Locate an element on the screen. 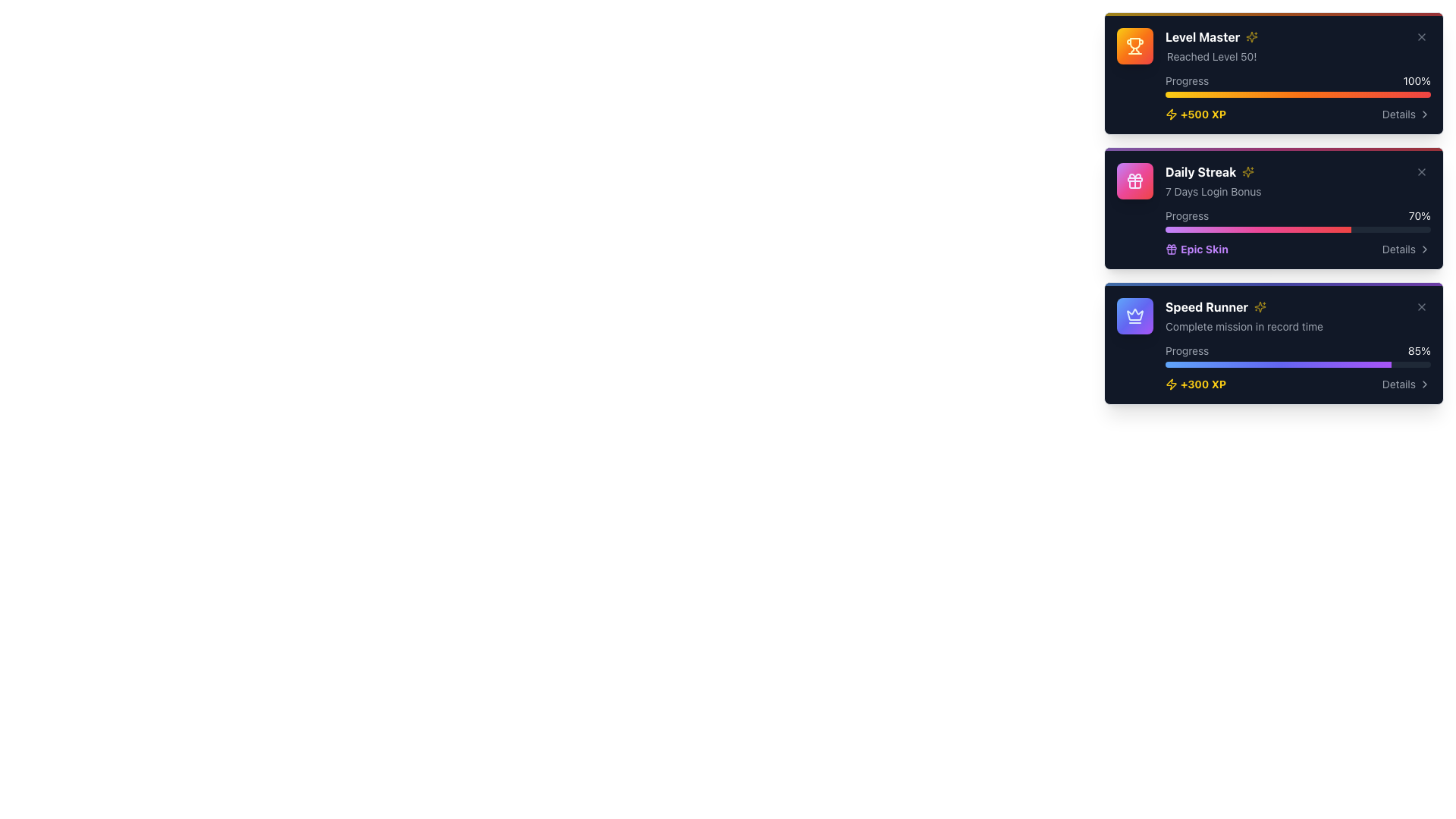  the glowing golden-yellow star-like icon located in the top-right notification card next to the heading text 'Level Master' is located at coordinates (1248, 171).